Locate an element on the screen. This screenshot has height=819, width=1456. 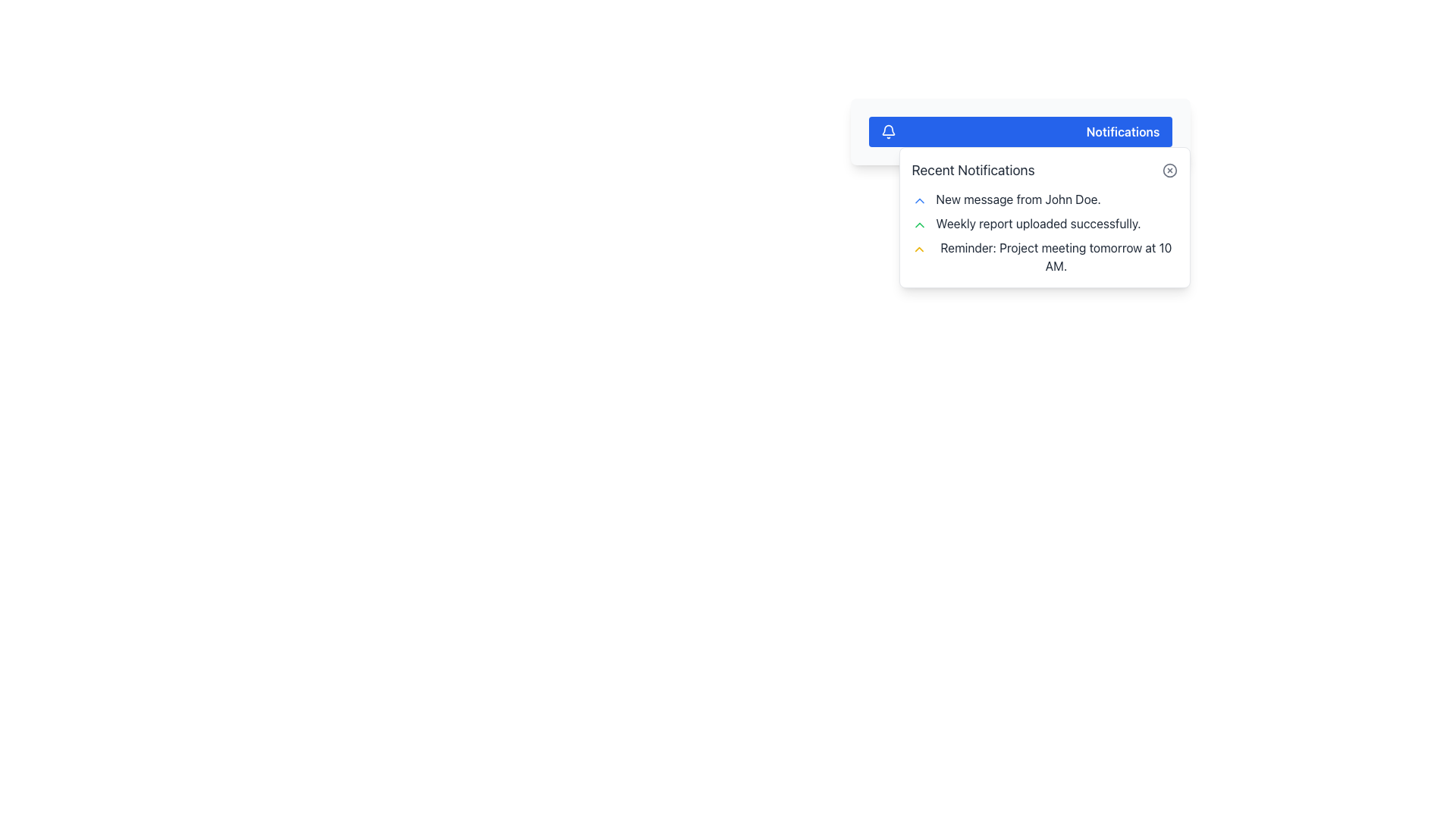
the Notification Item displaying 'Weekly report uploaded successfully.' in the Recent Notifications list is located at coordinates (1043, 223).